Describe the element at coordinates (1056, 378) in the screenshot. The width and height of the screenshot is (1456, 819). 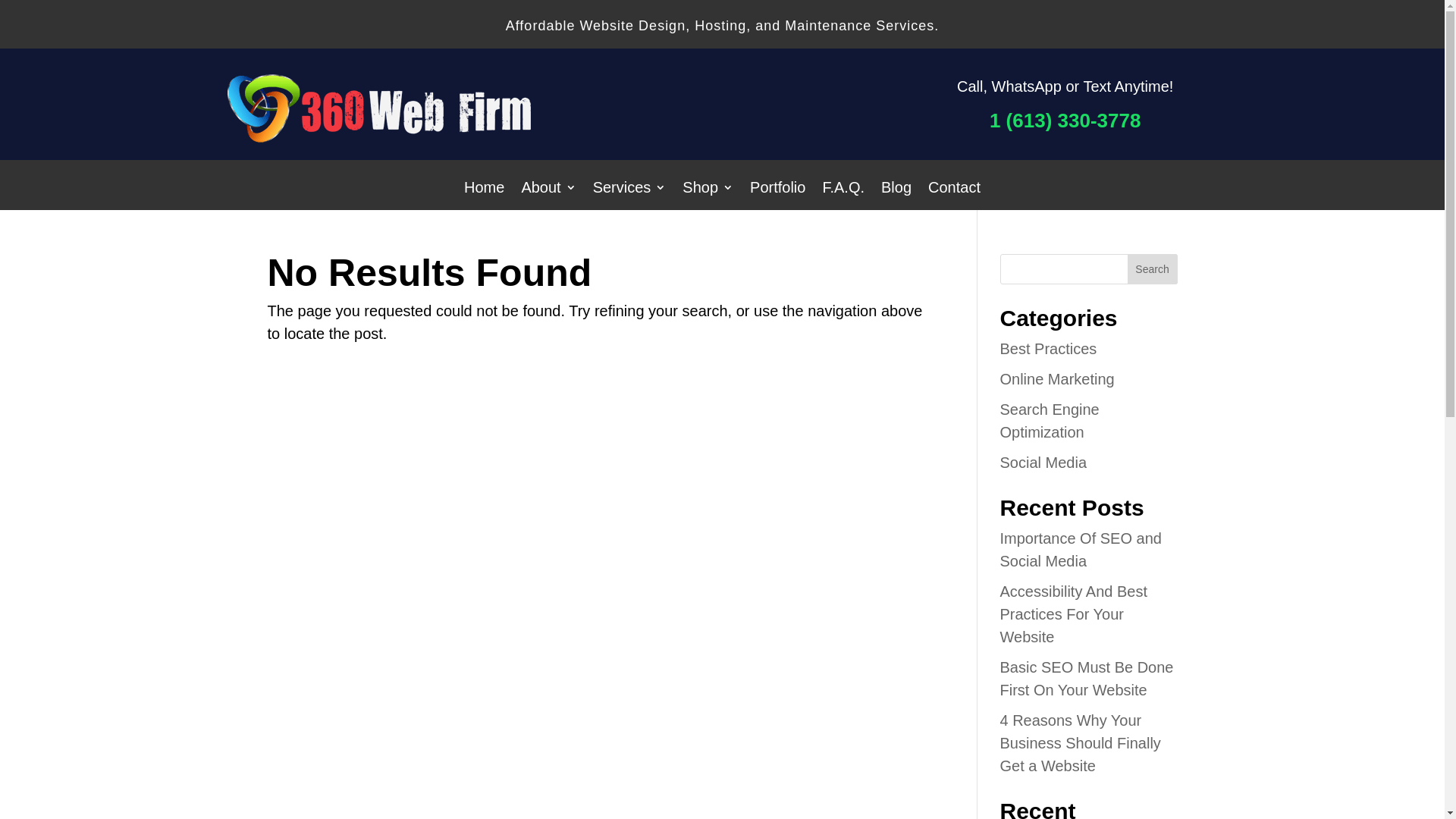
I see `'Online Marketing'` at that location.